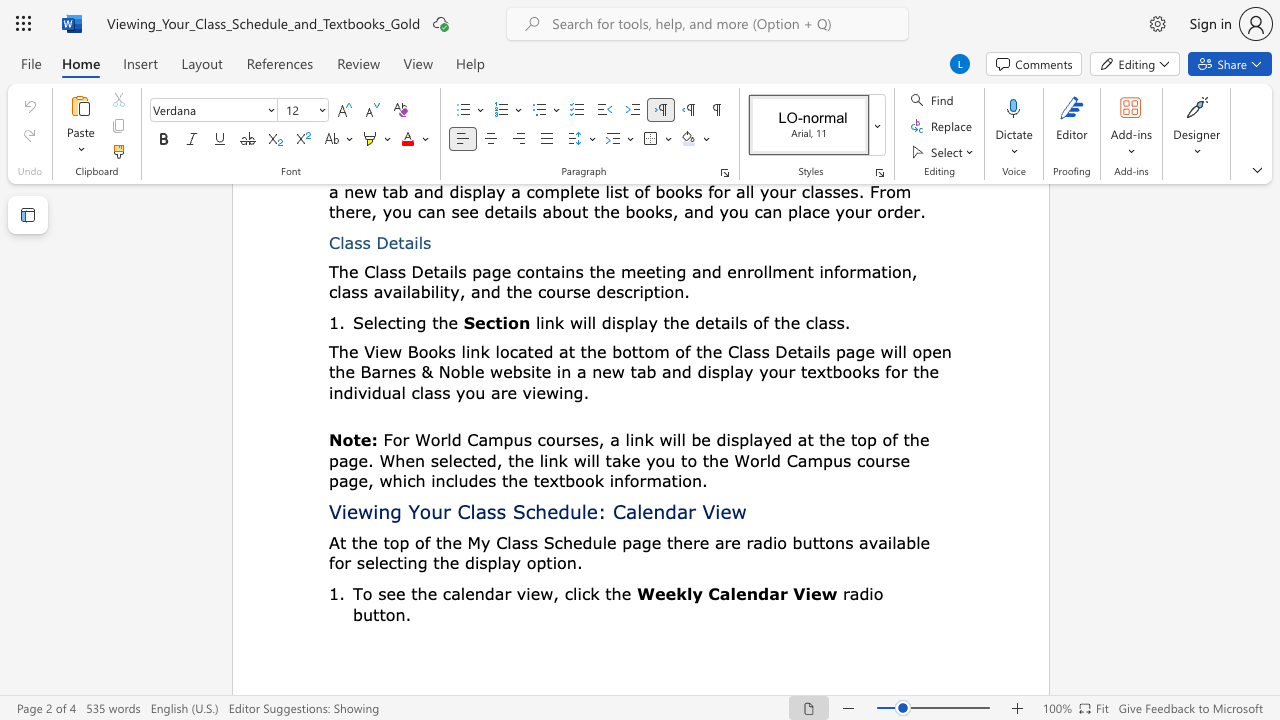 Image resolution: width=1280 pixels, height=720 pixels. Describe the element at coordinates (528, 592) in the screenshot. I see `the 1th character "i" in the text` at that location.